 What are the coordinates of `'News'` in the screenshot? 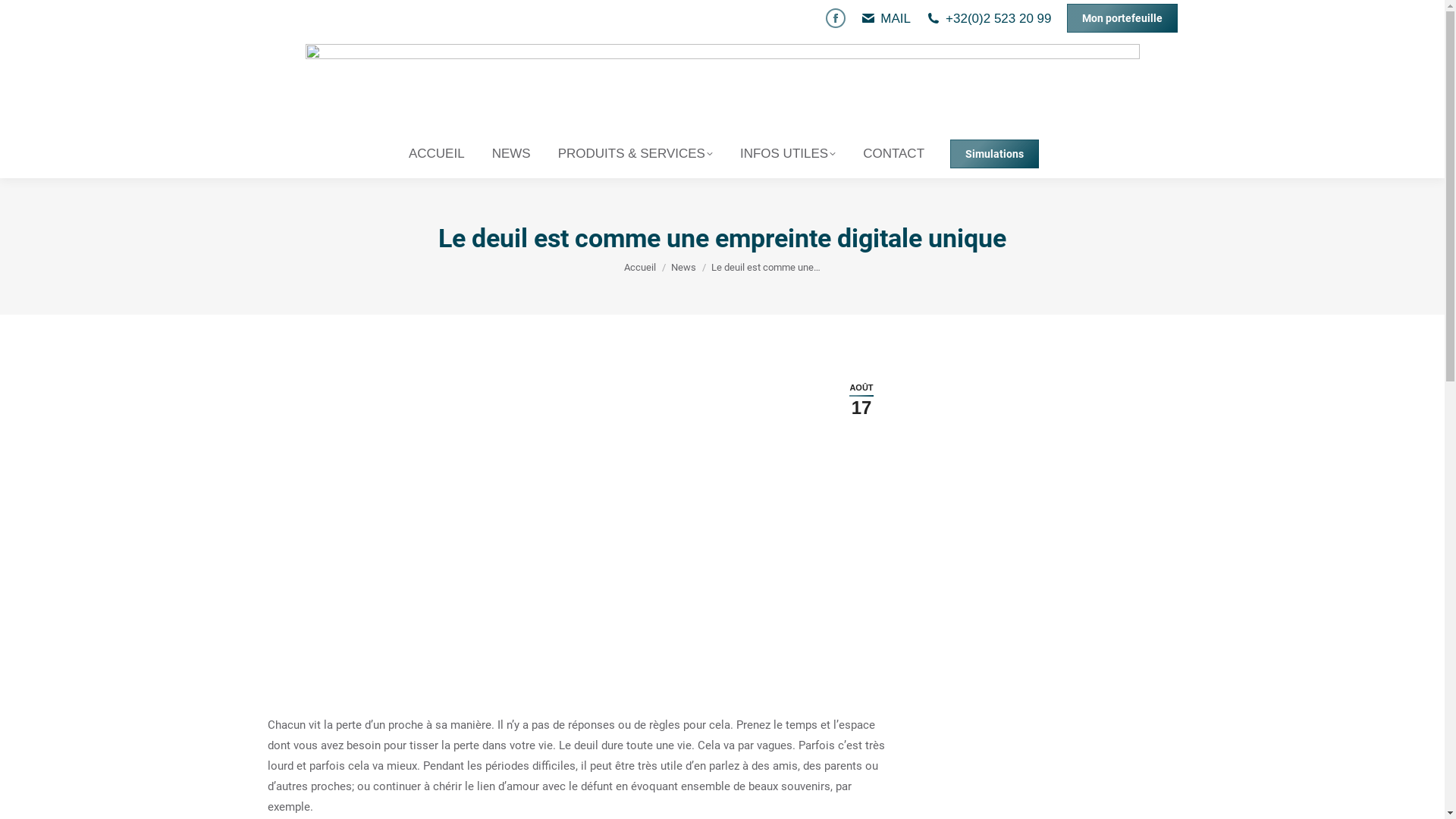 It's located at (682, 265).